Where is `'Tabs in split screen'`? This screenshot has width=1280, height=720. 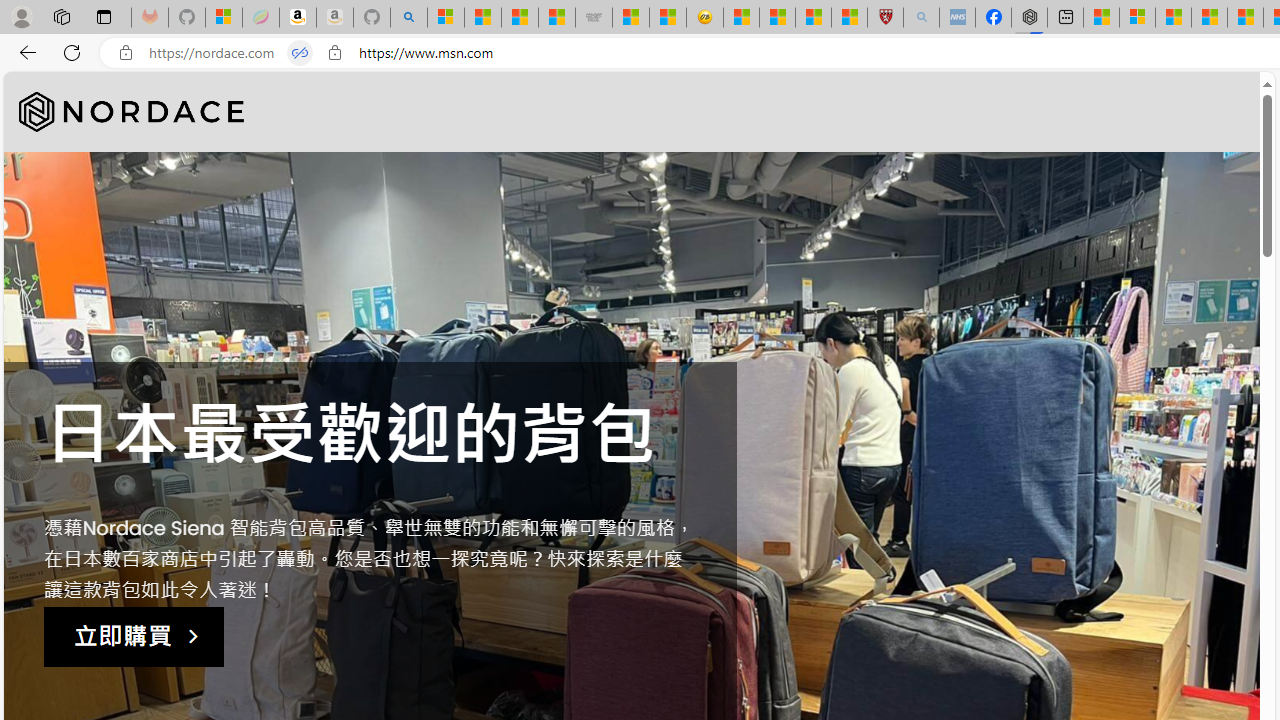
'Tabs in split screen' is located at coordinates (299, 52).